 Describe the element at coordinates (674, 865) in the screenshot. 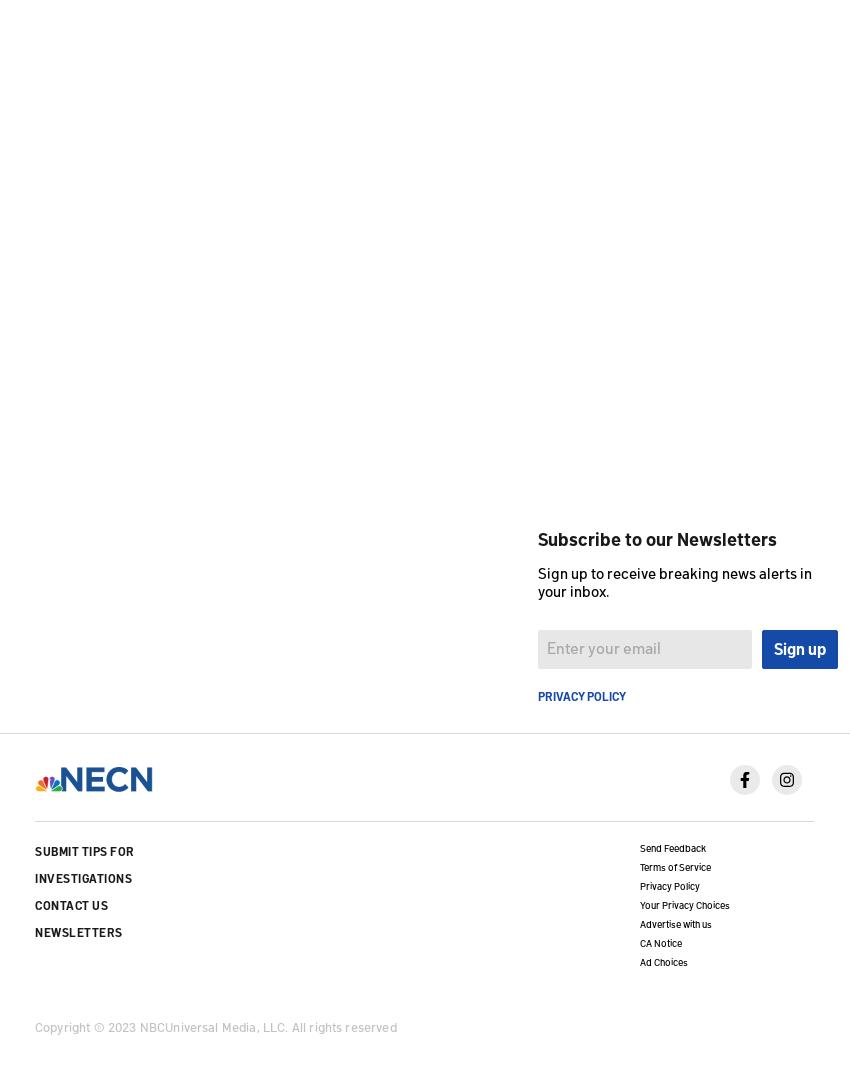

I see `'Terms of Service'` at that location.